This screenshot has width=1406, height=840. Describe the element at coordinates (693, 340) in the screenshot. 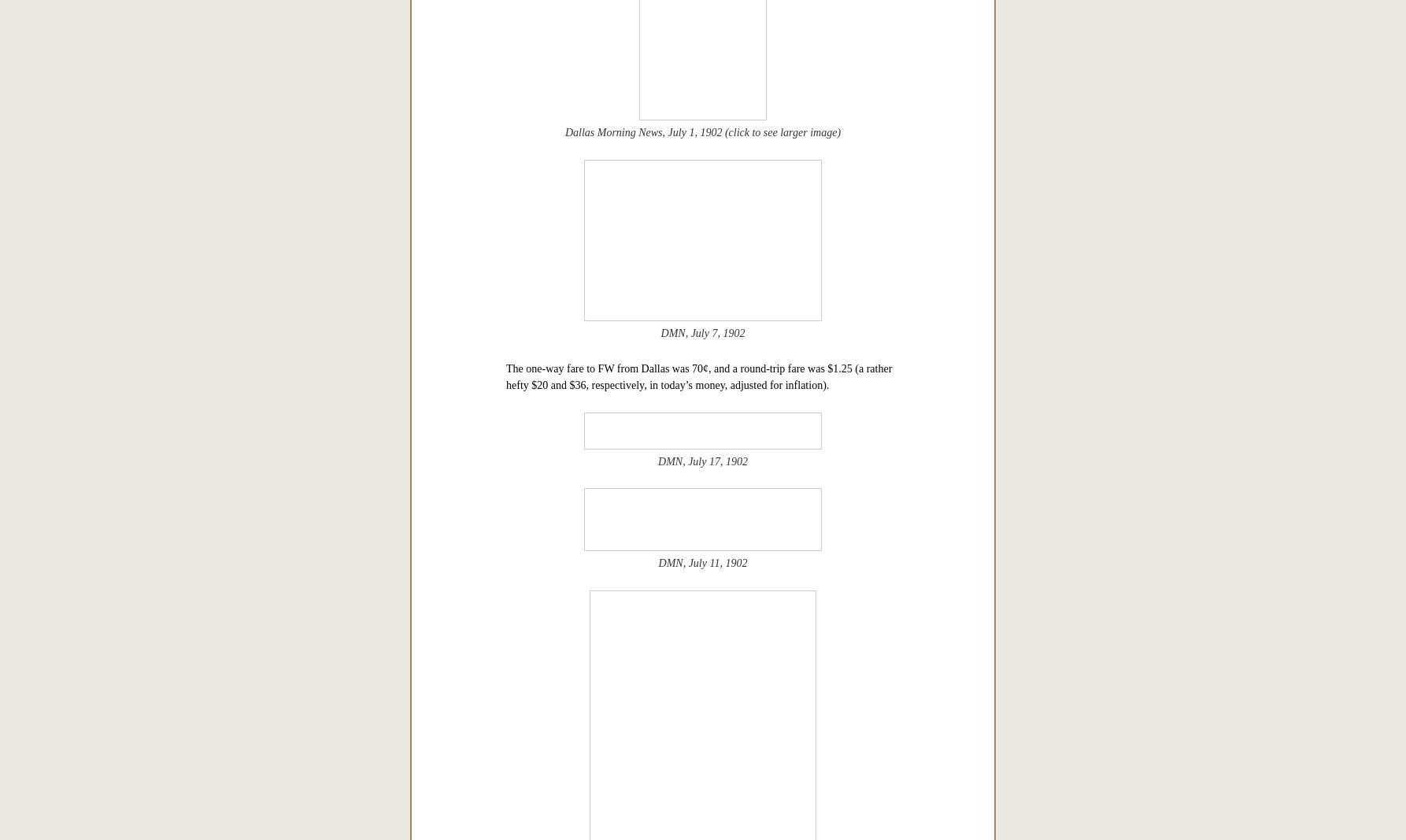

I see `'A few newspaper snippets from the first month following of the launch of the Dallas-Fort Worth interurban service.'` at that location.